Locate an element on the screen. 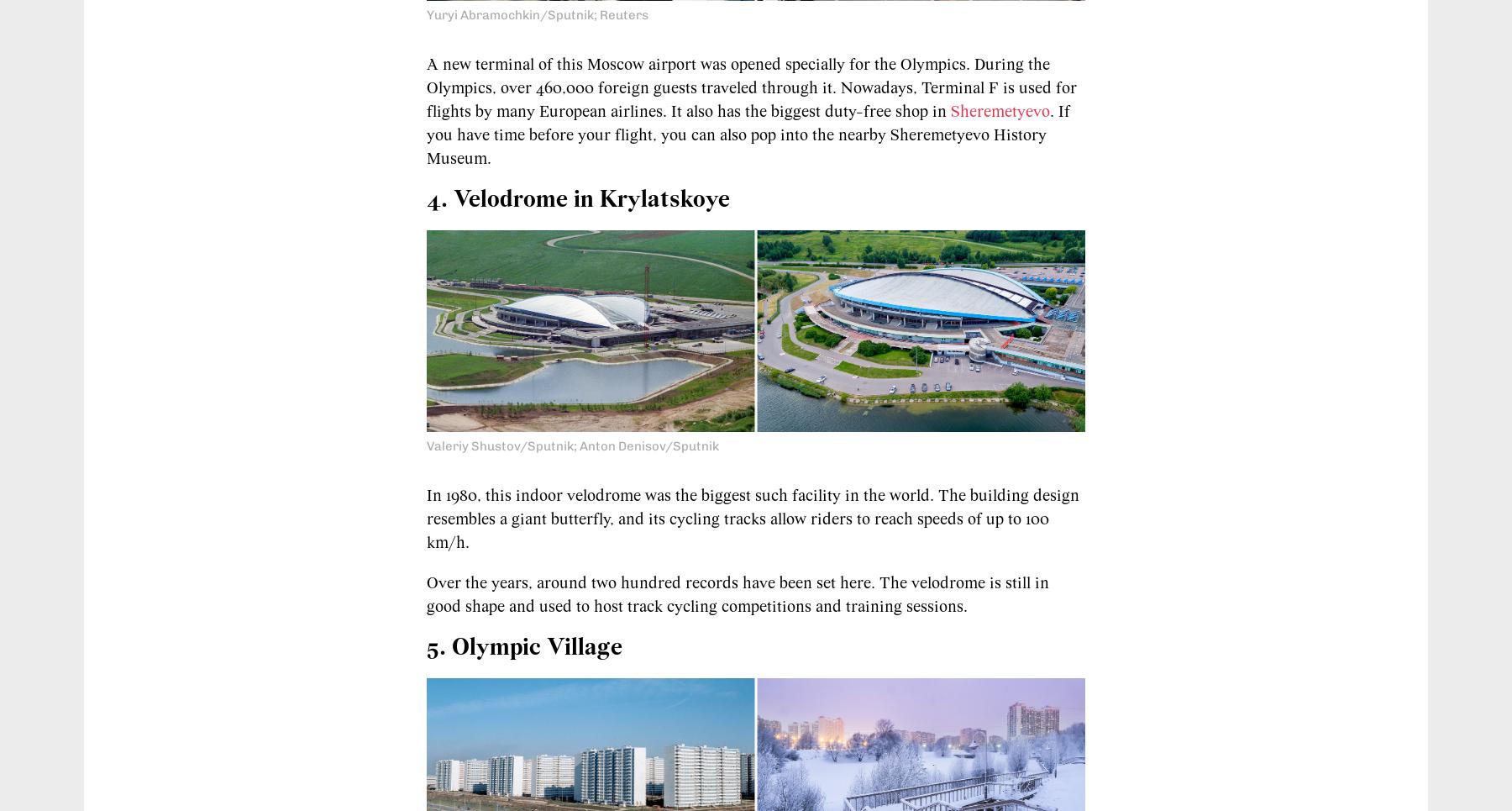  '. If you have time before your flight, you can also pop into the nearby Sheremetyevo History Museum.' is located at coordinates (425, 134).